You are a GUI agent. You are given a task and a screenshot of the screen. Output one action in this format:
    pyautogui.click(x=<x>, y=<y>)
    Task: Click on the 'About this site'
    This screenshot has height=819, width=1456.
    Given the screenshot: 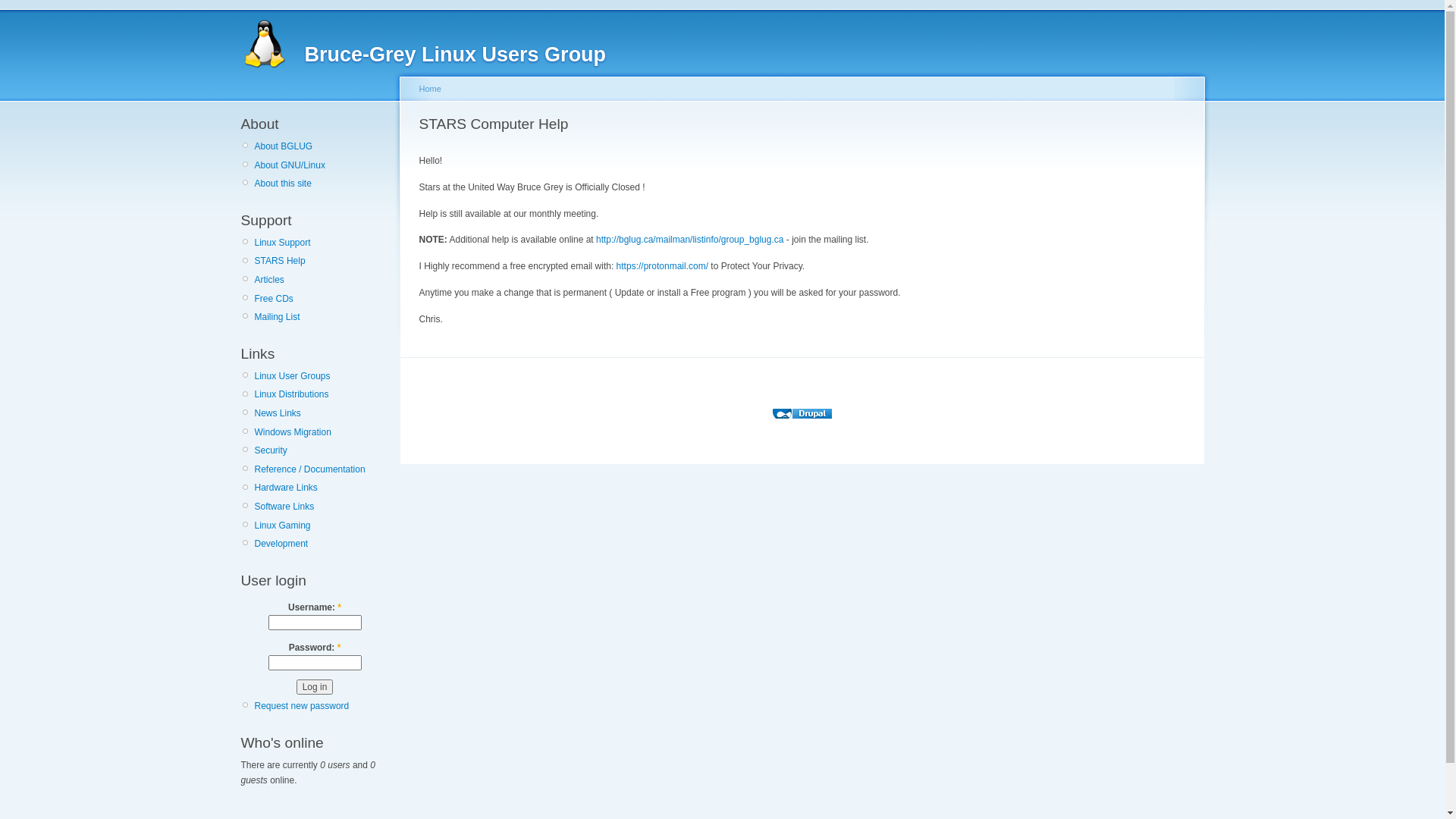 What is the action you would take?
    pyautogui.click(x=321, y=183)
    